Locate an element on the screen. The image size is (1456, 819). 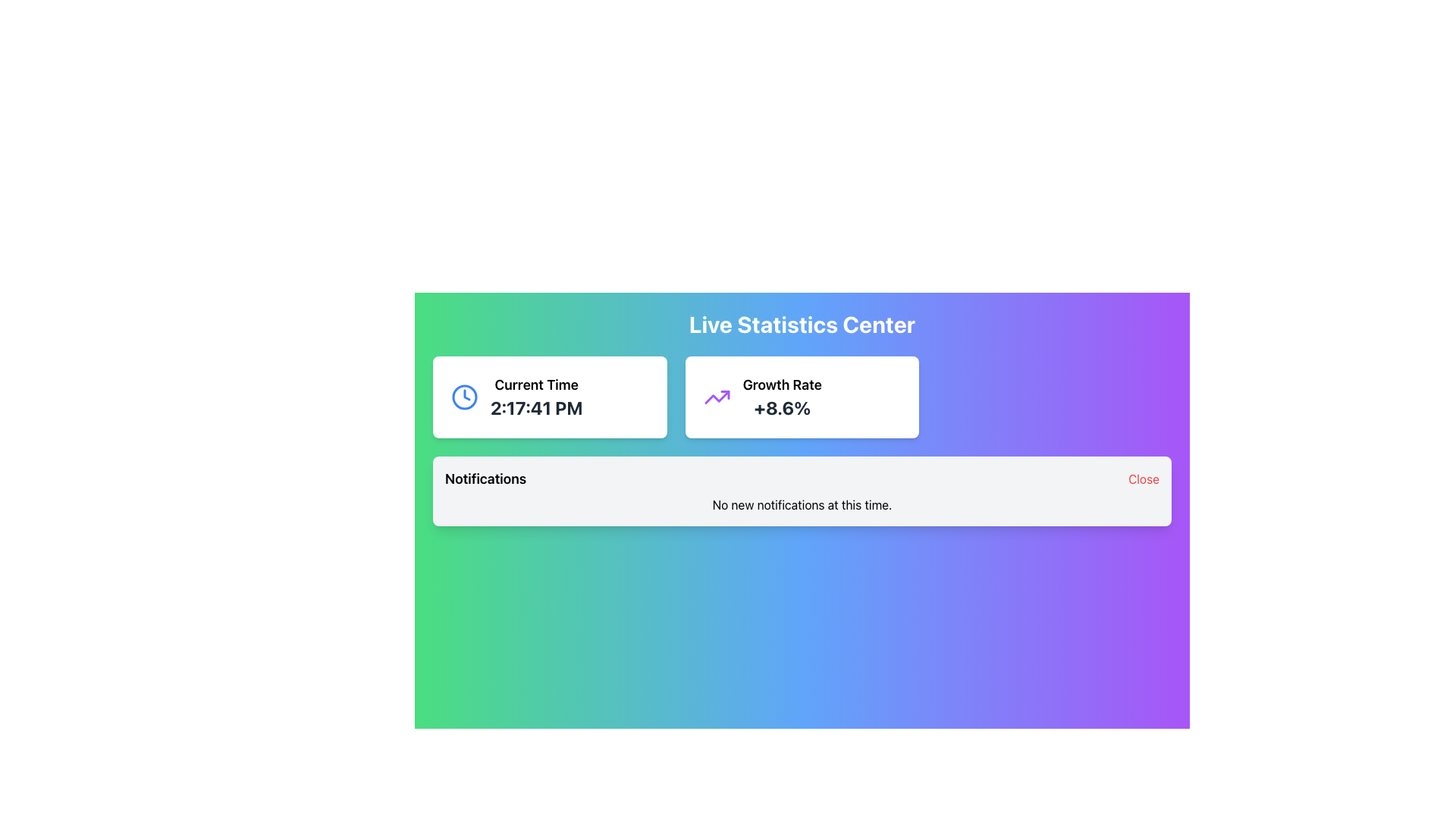
the close button located at the far right end of the notification bar, adjacent to the label 'Notifications' is located at coordinates (1143, 479).